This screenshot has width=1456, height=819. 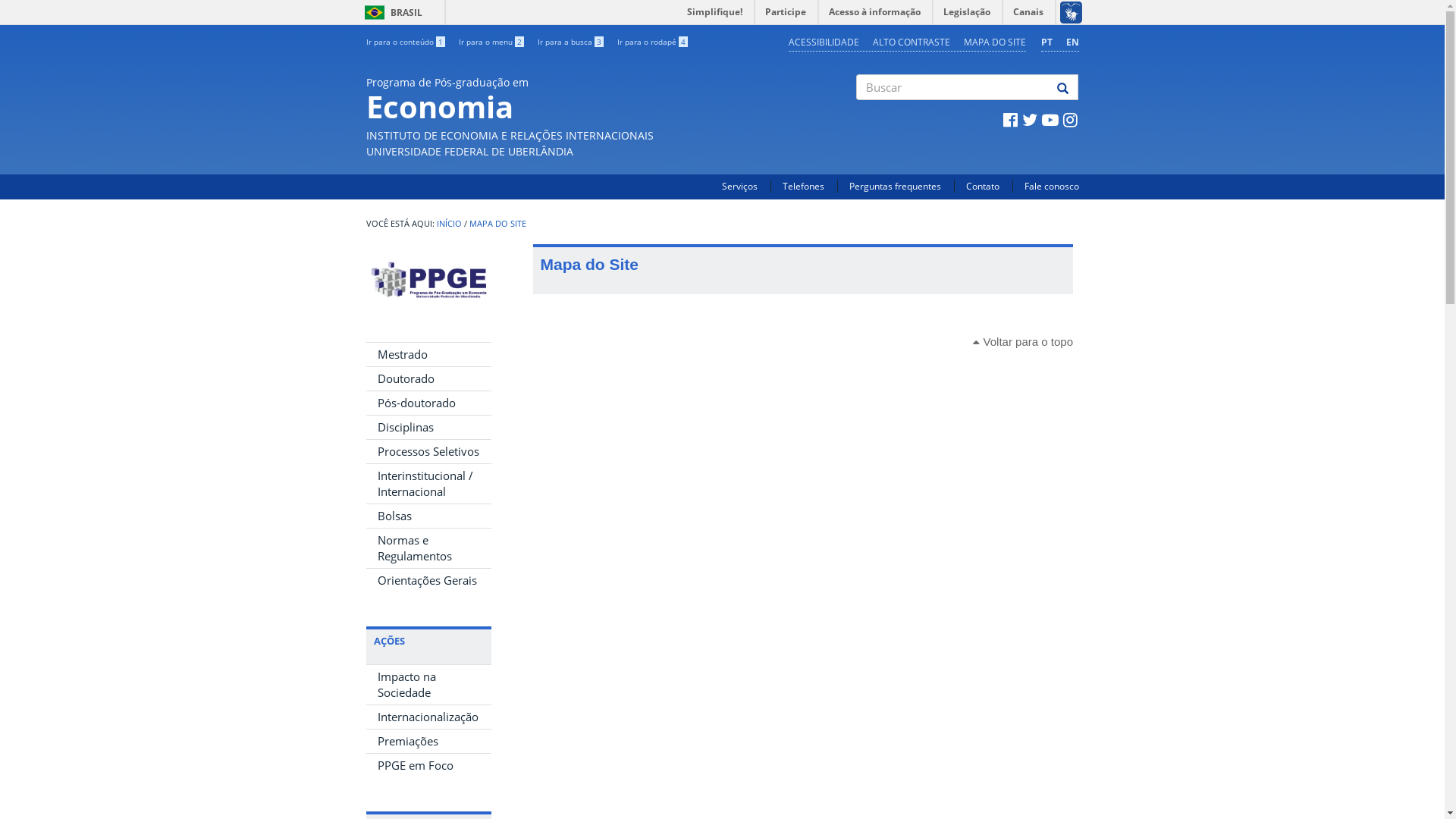 What do you see at coordinates (910, 41) in the screenshot?
I see `'ALTO CONTRASTE'` at bounding box center [910, 41].